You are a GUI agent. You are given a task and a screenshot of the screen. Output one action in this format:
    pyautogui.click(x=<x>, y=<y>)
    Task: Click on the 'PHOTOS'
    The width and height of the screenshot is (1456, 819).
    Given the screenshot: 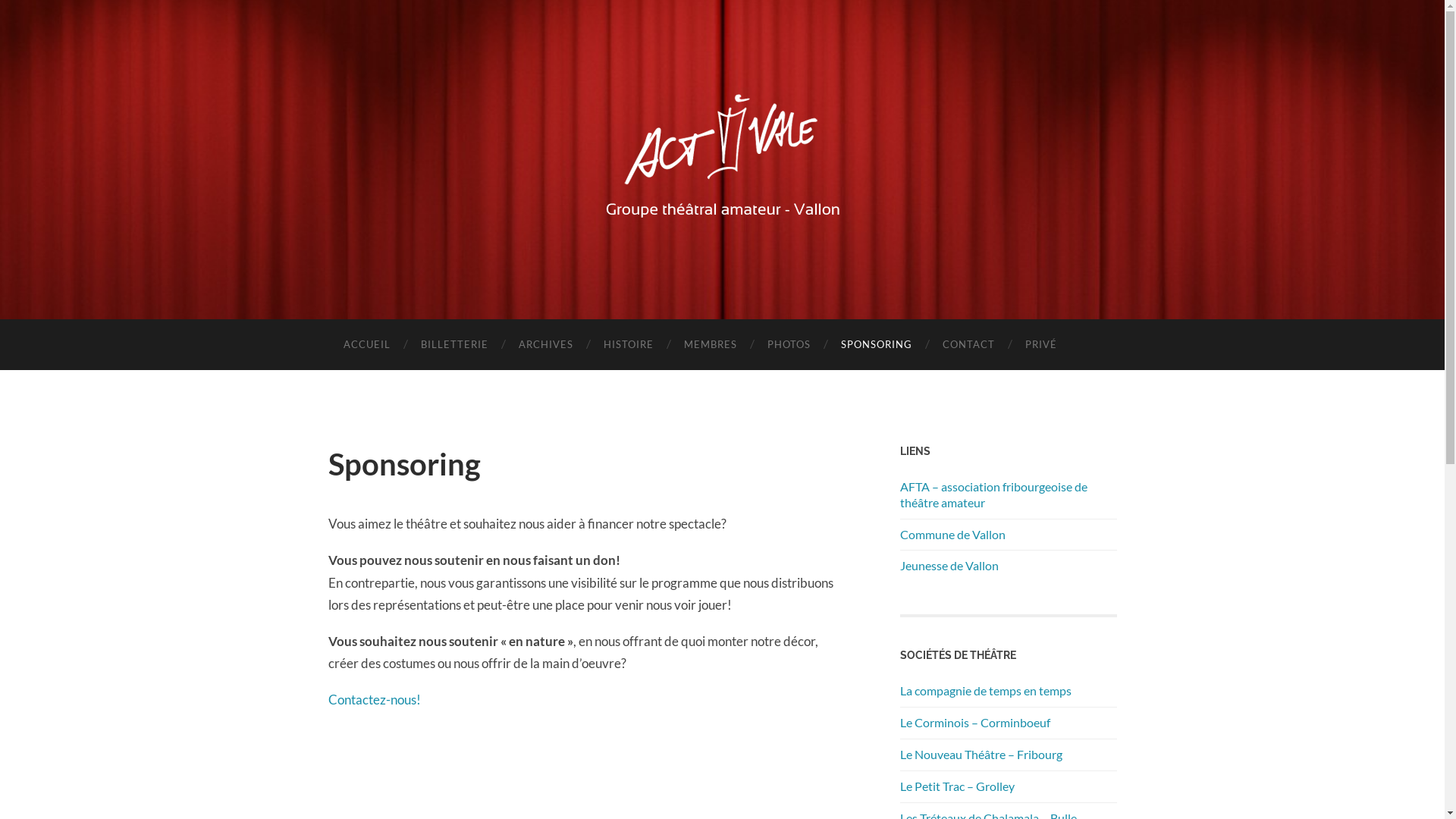 What is the action you would take?
    pyautogui.click(x=789, y=344)
    